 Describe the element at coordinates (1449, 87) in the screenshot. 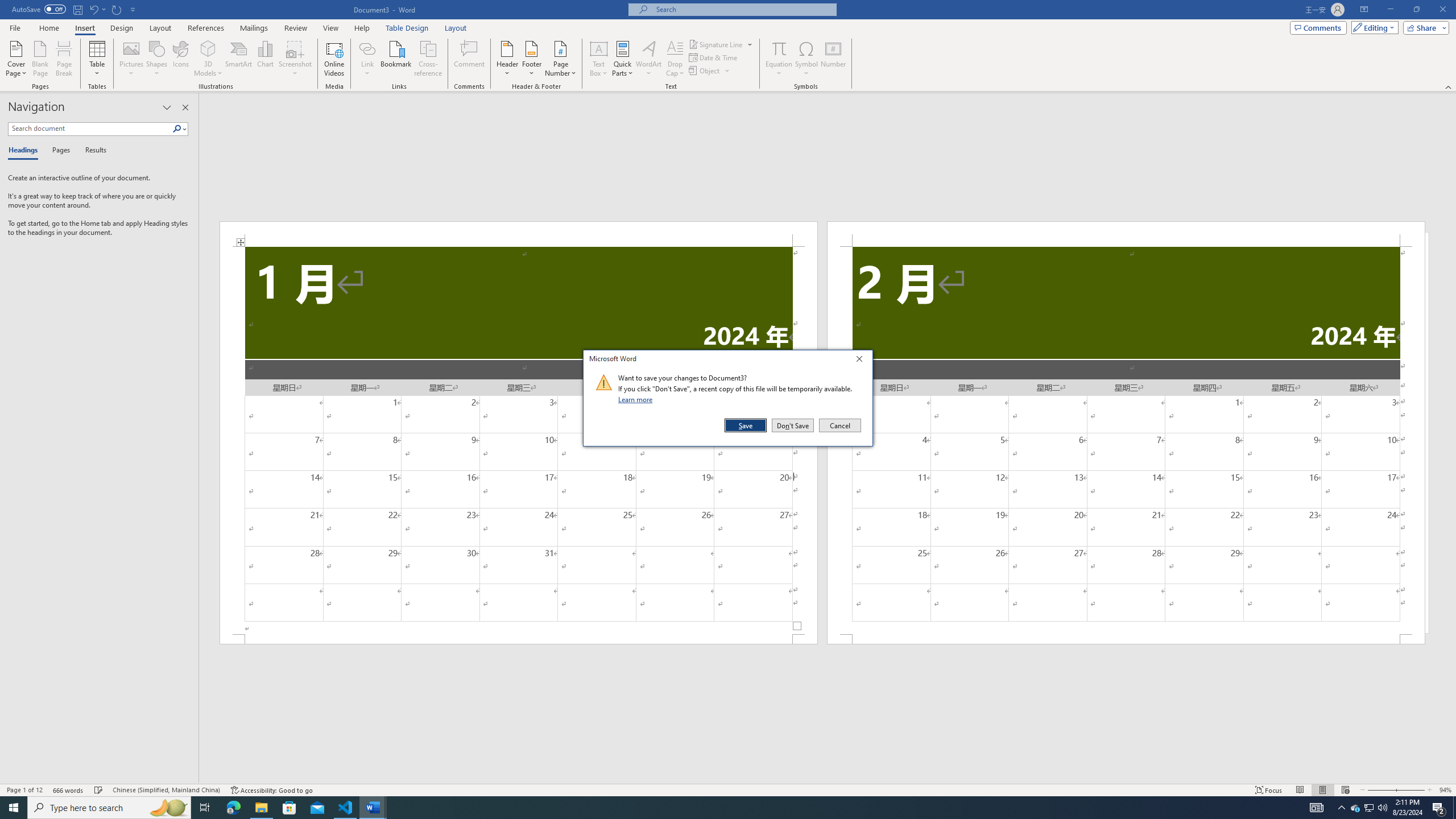

I see `'Collapse the Ribbon'` at that location.